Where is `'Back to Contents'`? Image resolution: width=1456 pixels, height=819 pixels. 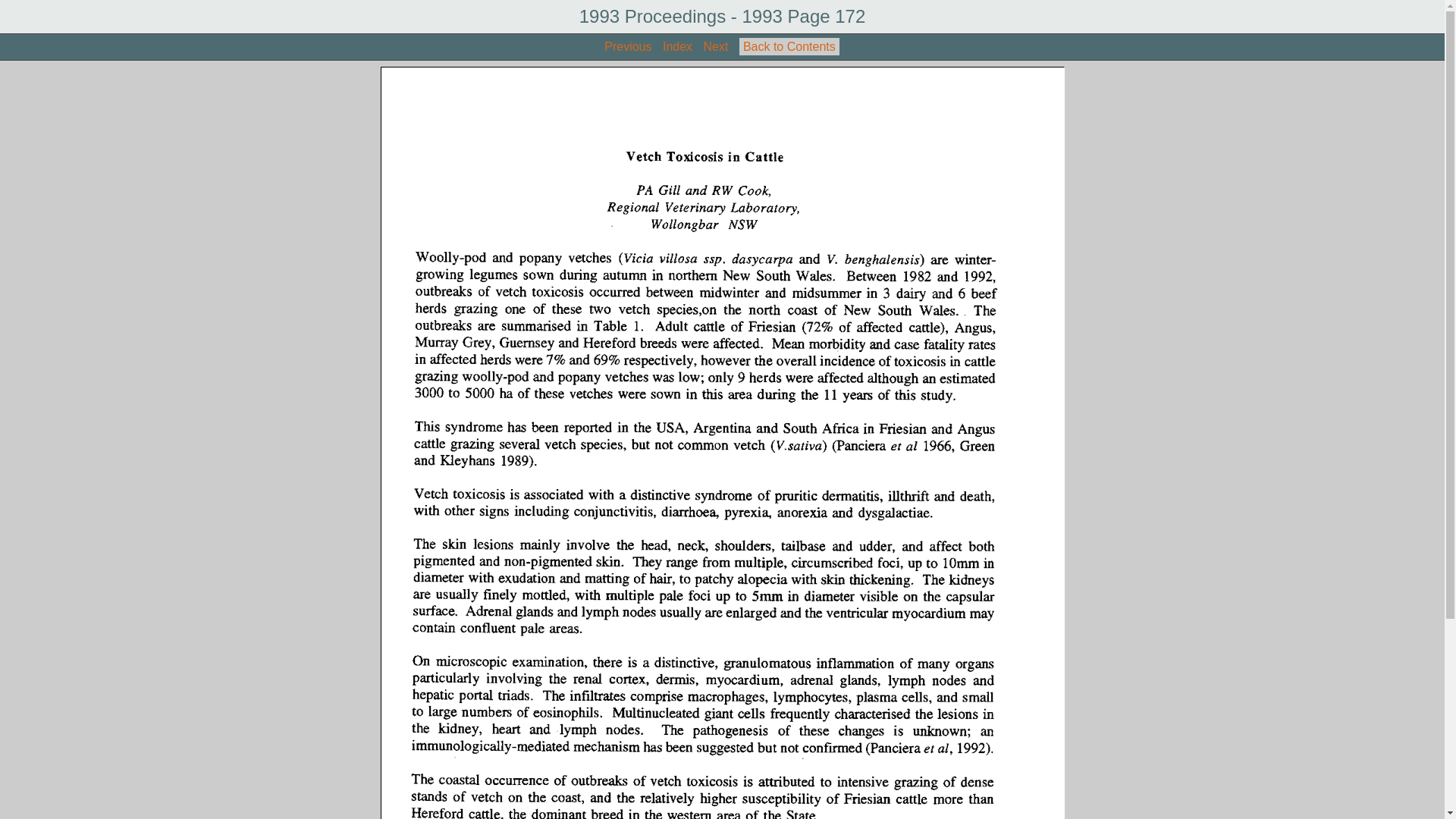
'Back to Contents' is located at coordinates (789, 45).